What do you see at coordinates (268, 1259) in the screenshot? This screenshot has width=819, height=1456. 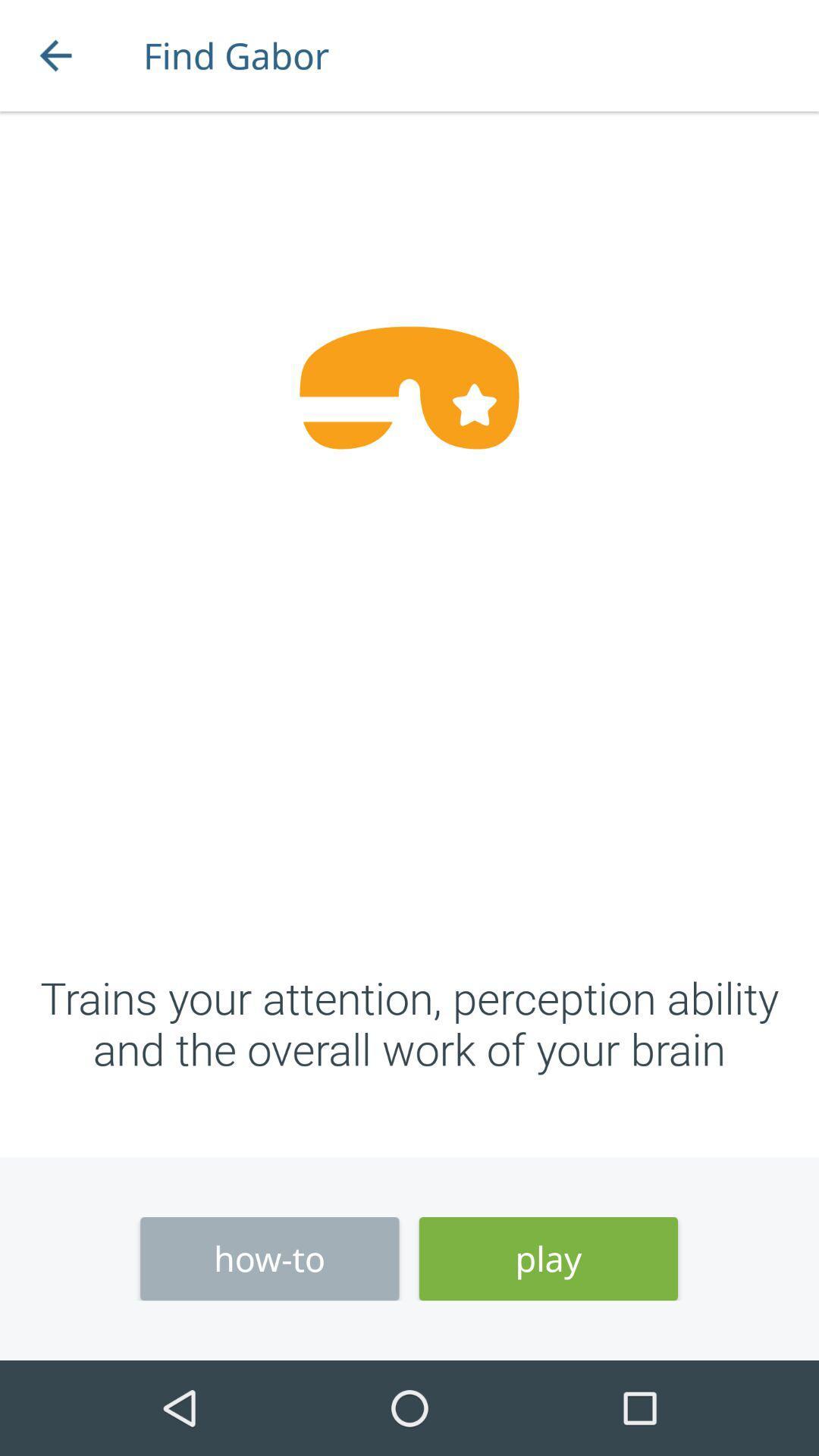 I see `the how-to item` at bounding box center [268, 1259].